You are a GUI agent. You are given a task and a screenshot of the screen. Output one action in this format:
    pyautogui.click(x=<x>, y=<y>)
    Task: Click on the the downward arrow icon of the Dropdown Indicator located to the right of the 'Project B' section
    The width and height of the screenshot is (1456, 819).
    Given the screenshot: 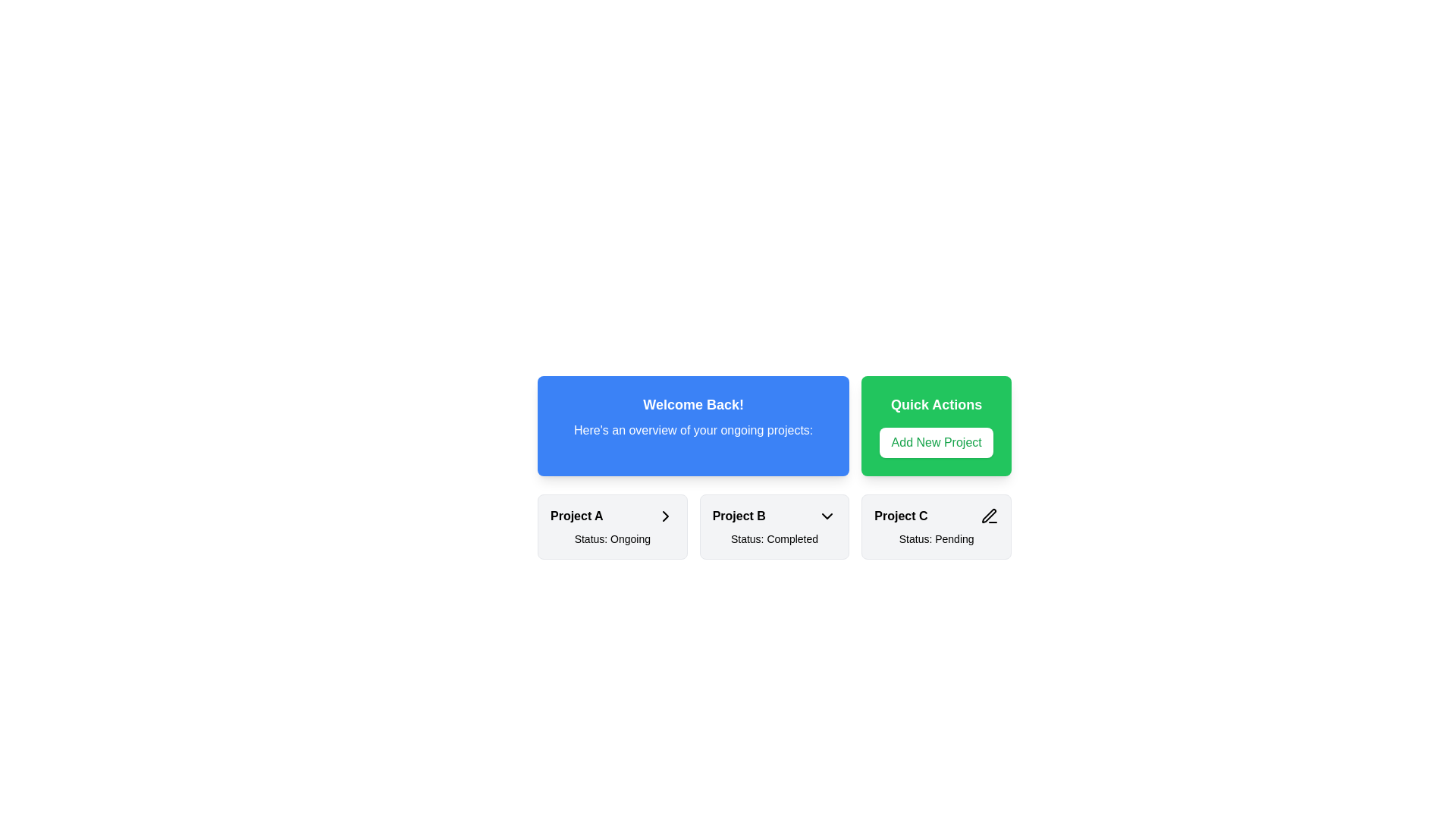 What is the action you would take?
    pyautogui.click(x=827, y=516)
    